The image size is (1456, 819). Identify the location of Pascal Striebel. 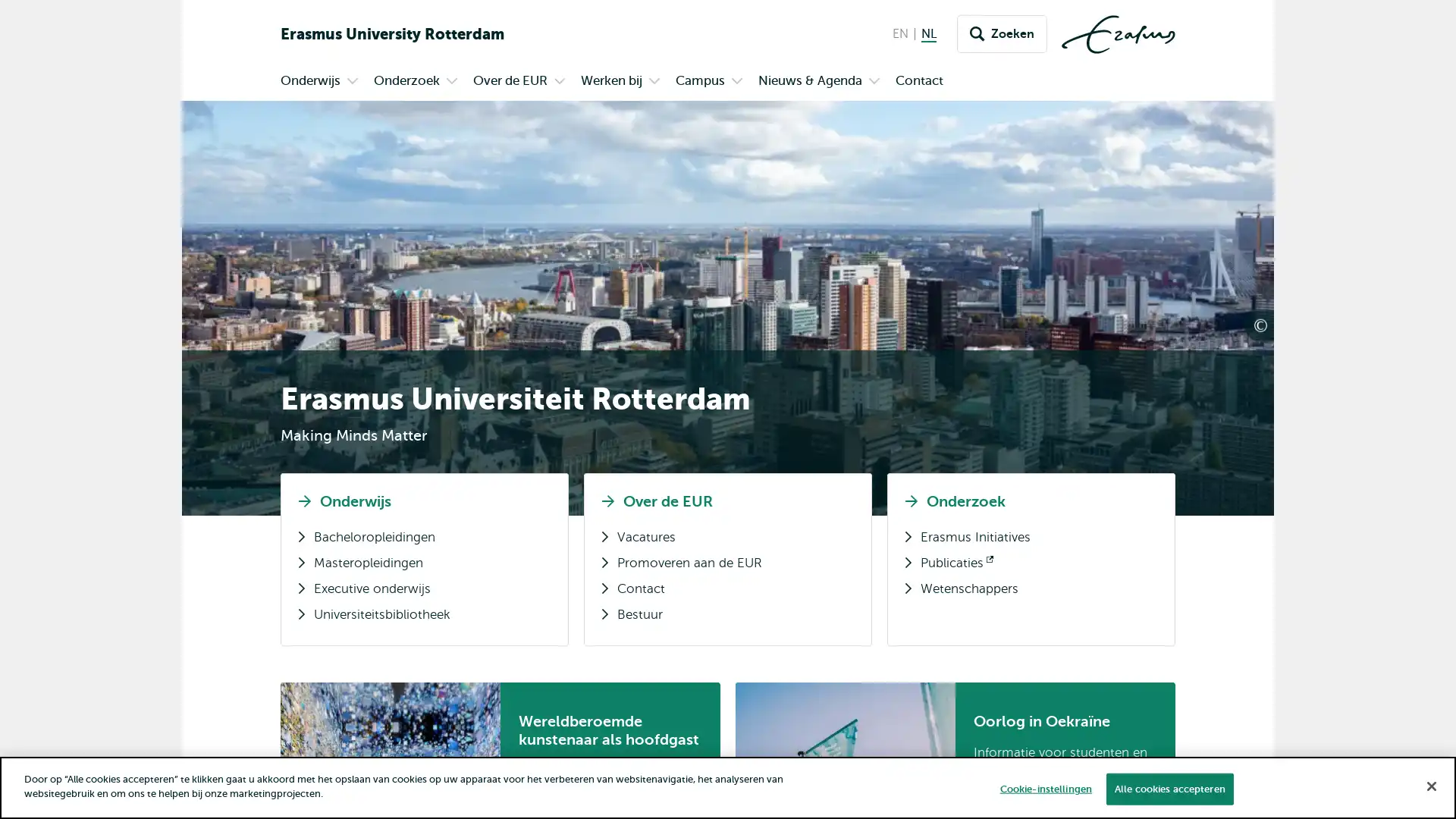
(1319, 318).